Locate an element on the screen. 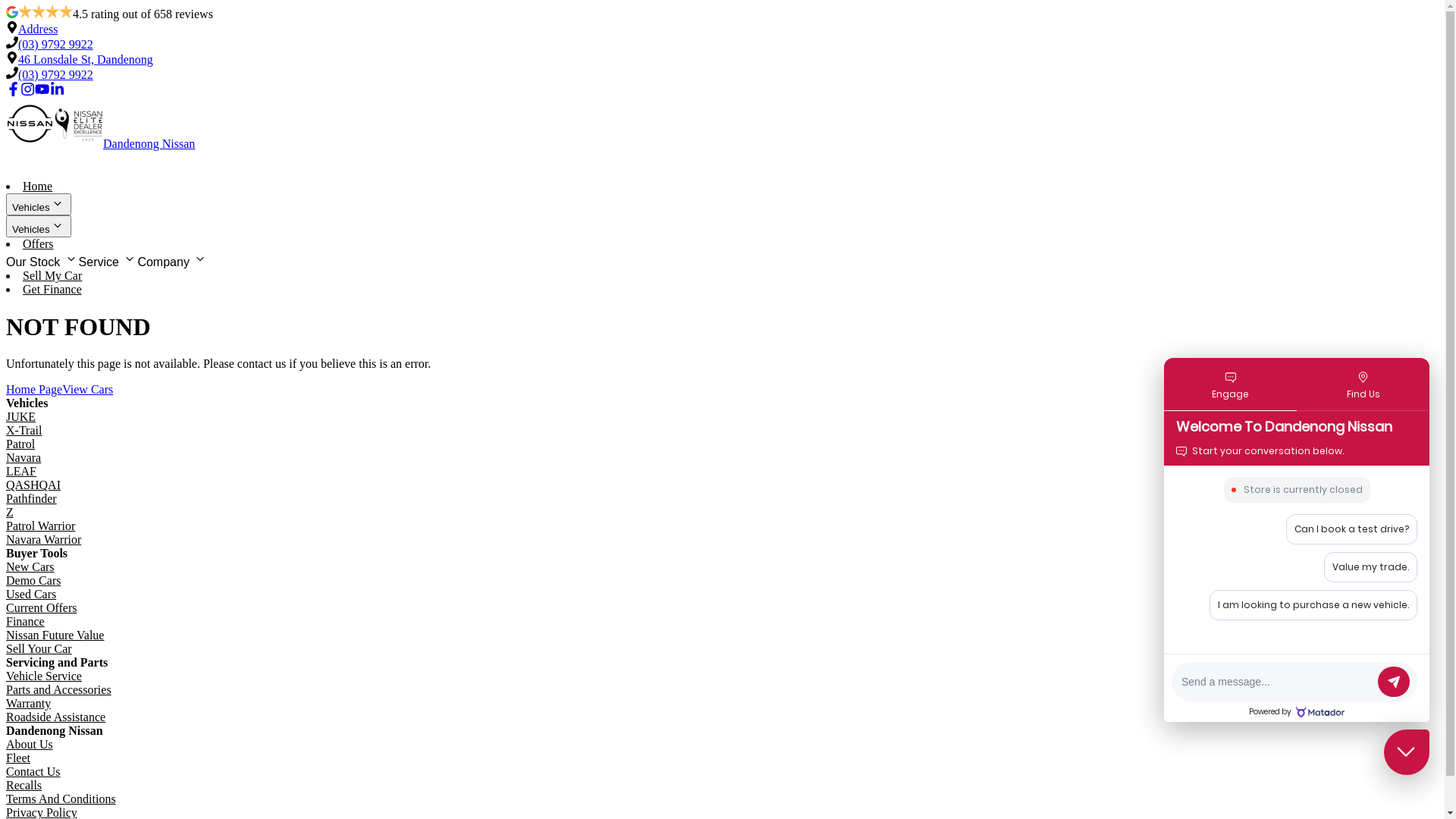  'Vehicles' is located at coordinates (39, 226).